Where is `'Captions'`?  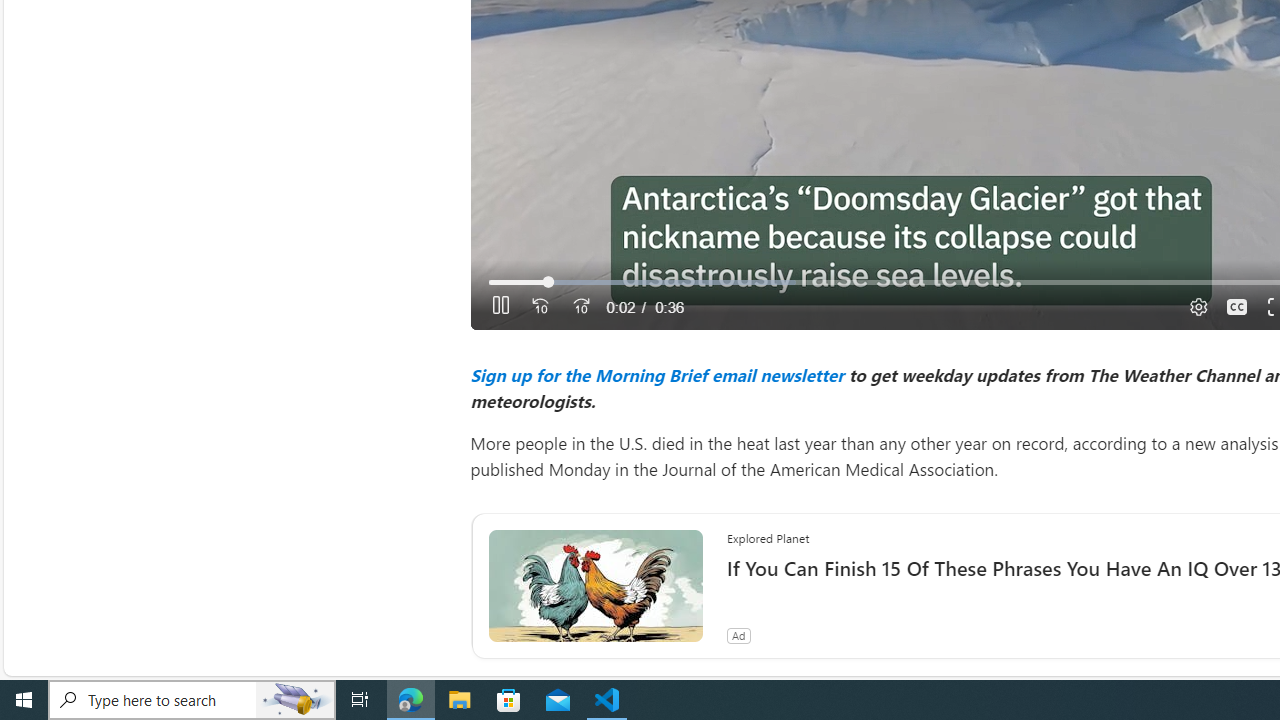
'Captions' is located at coordinates (1235, 306).